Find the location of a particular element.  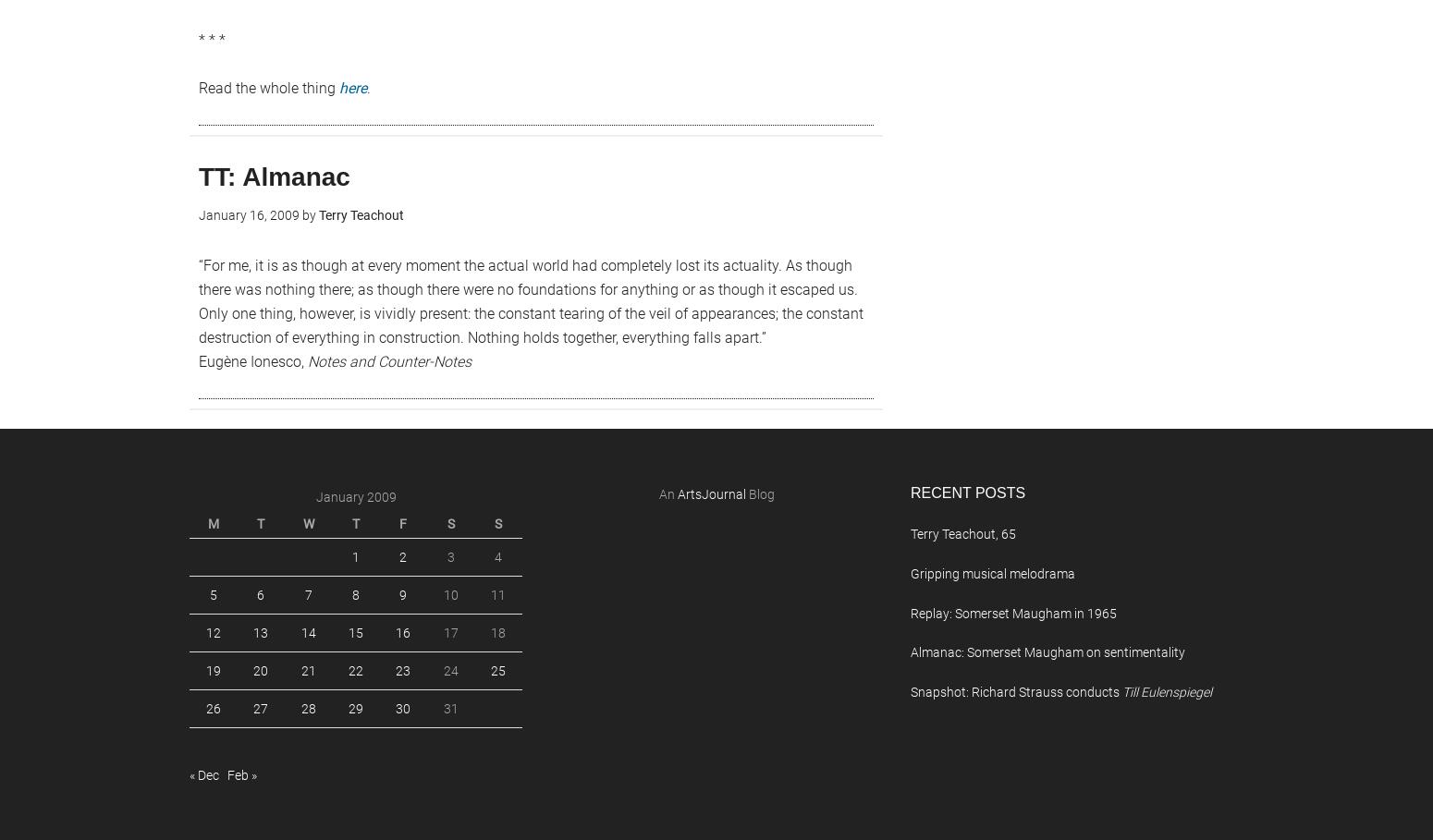

'21' is located at coordinates (306, 670).